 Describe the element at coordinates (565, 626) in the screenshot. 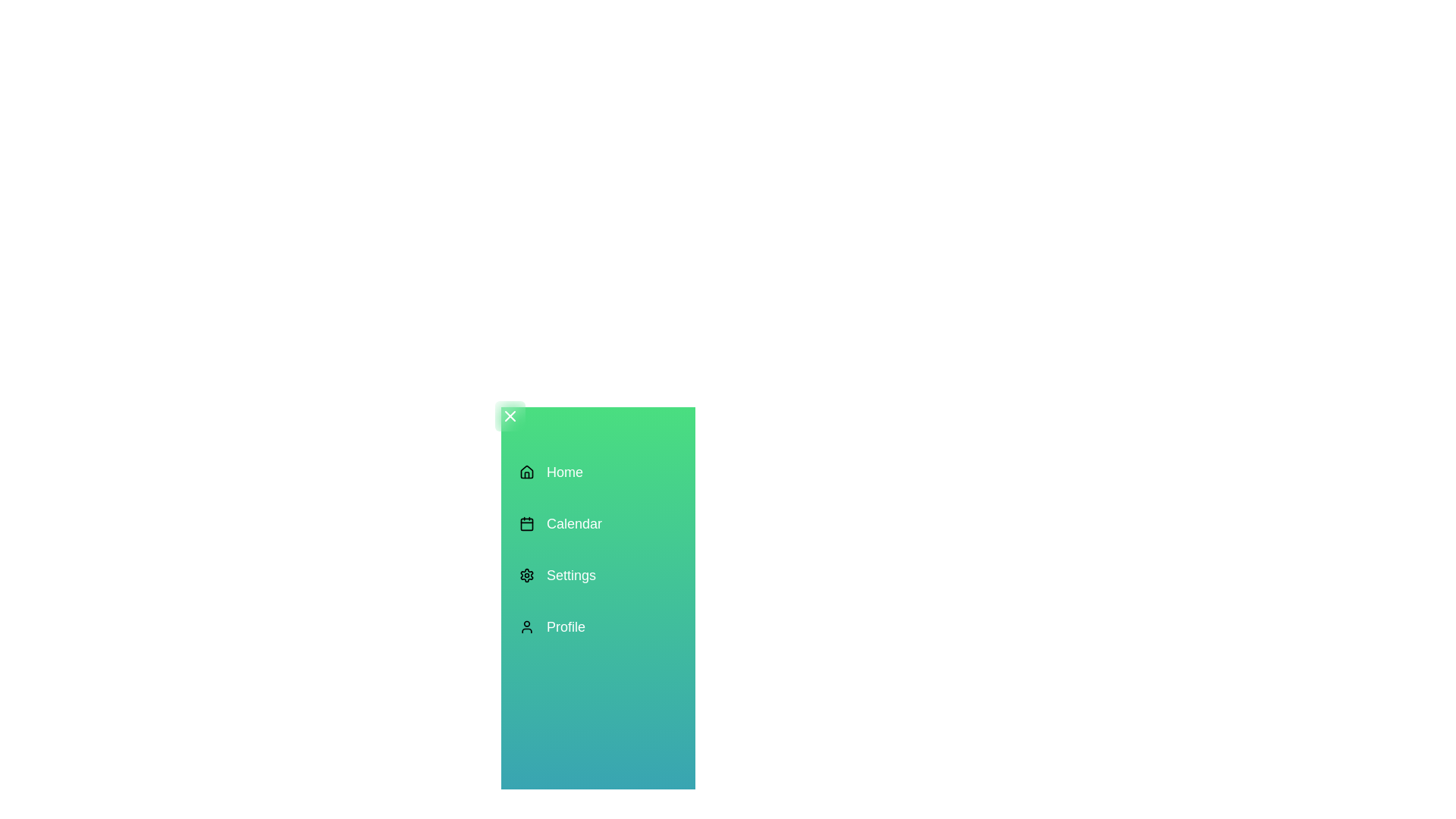

I see `the 'Profile' text label in the navigation menu` at that location.